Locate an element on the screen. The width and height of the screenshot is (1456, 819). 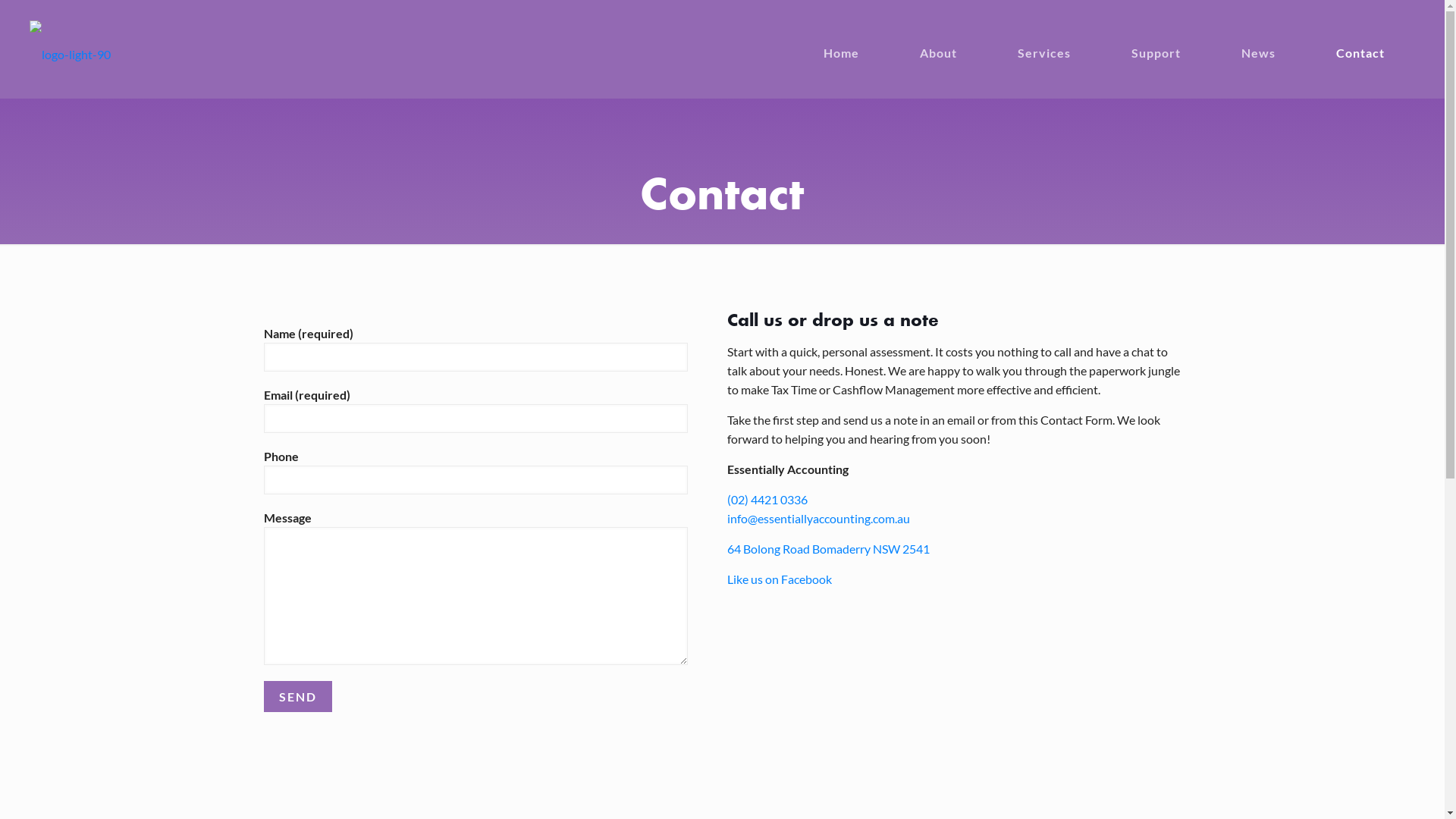
'News' is located at coordinates (1273, 40).